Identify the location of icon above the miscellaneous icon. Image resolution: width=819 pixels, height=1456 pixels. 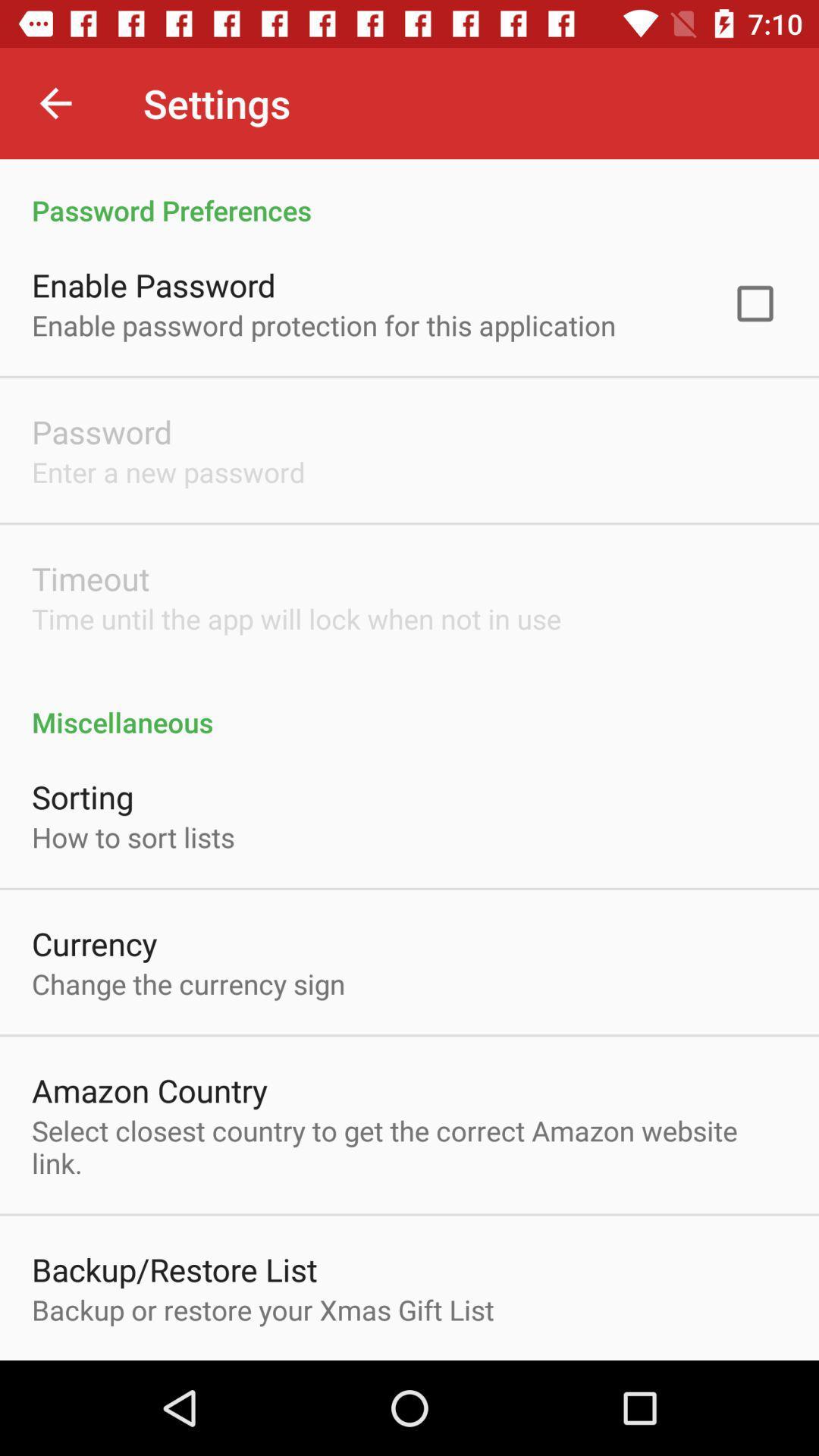
(297, 619).